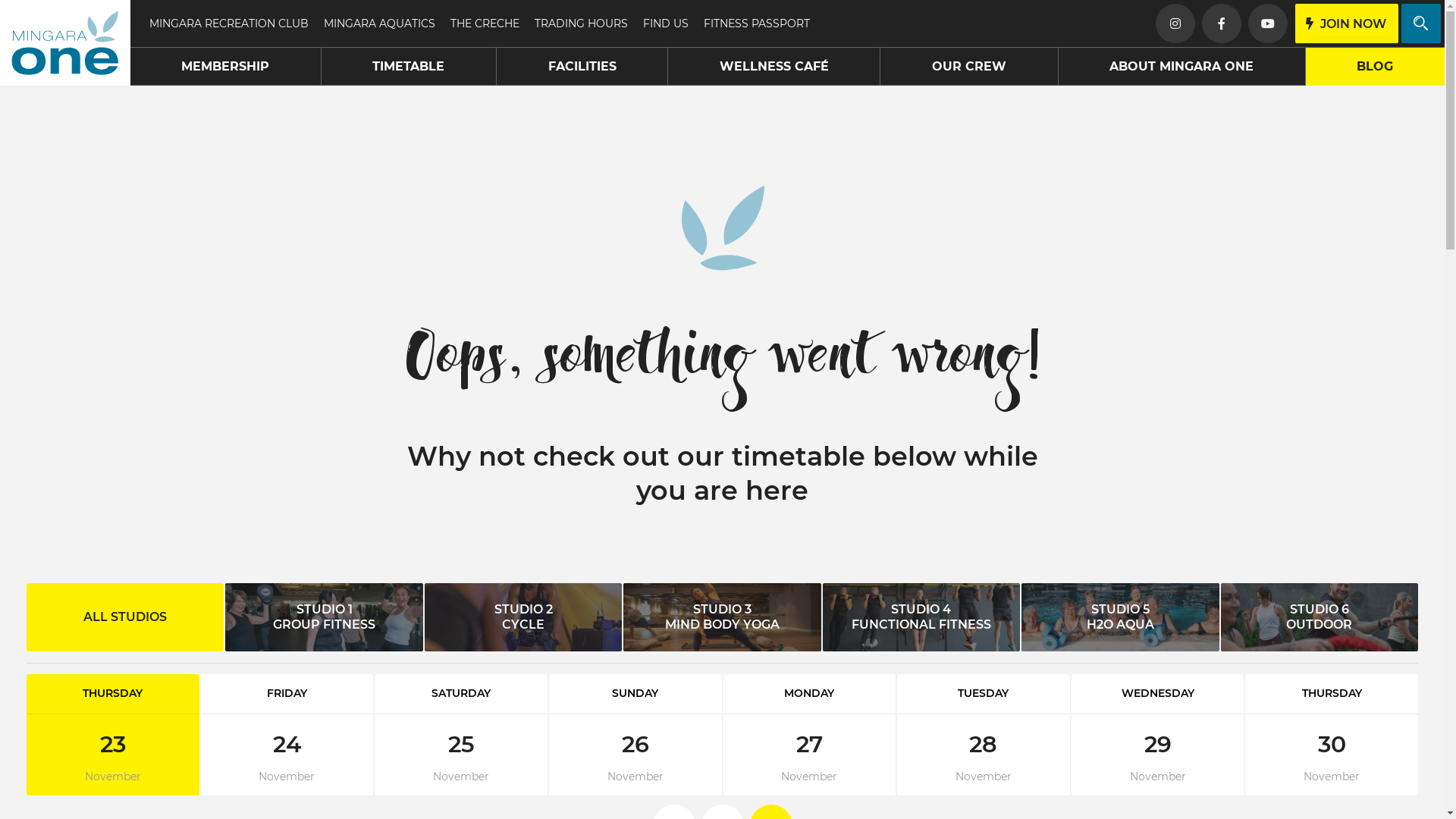 This screenshot has height=819, width=1456. I want to click on 'MINGARA RECREATION CLUB', so click(227, 23).